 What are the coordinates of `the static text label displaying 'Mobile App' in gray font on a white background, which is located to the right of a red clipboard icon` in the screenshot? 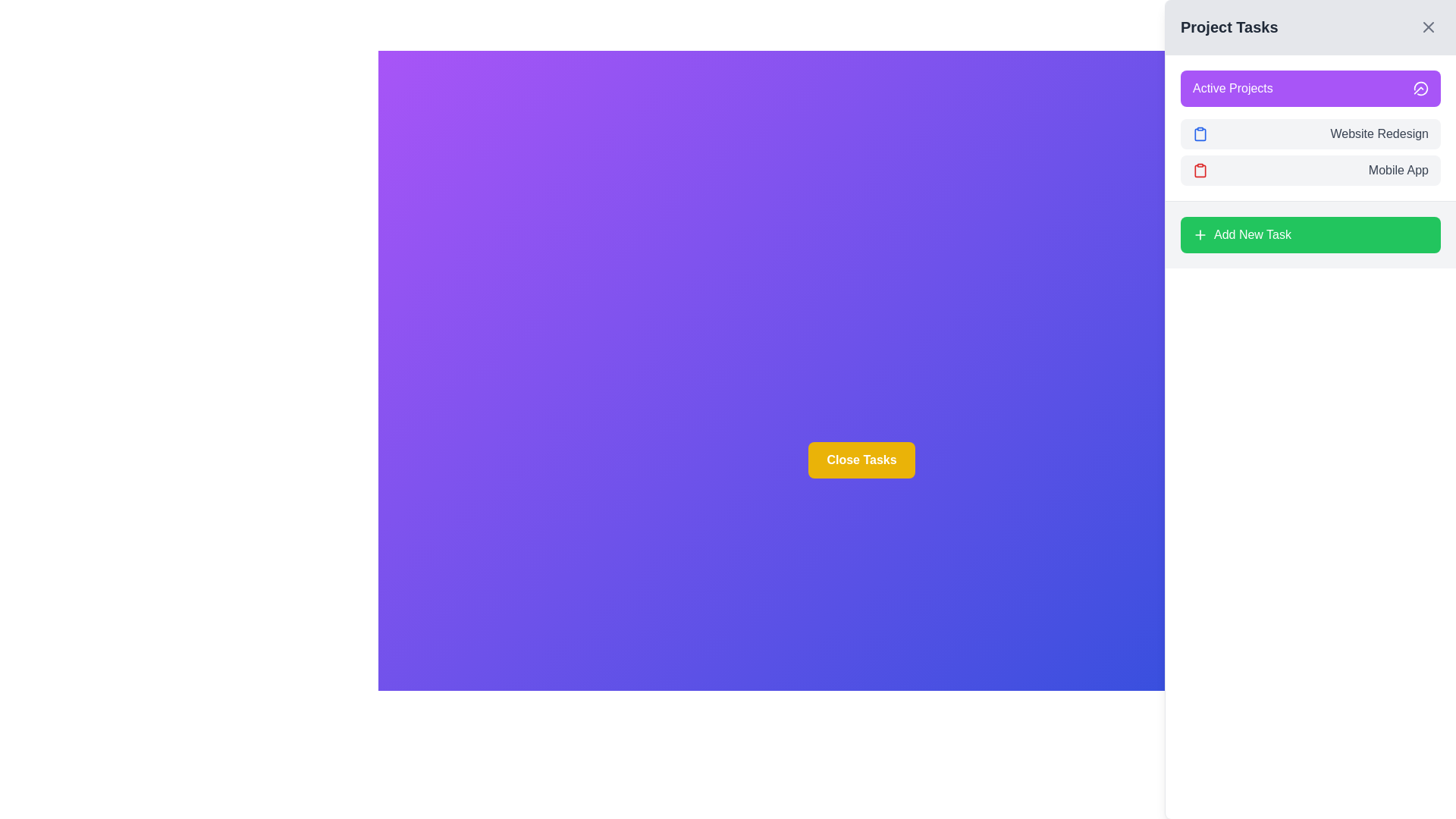 It's located at (1398, 170).